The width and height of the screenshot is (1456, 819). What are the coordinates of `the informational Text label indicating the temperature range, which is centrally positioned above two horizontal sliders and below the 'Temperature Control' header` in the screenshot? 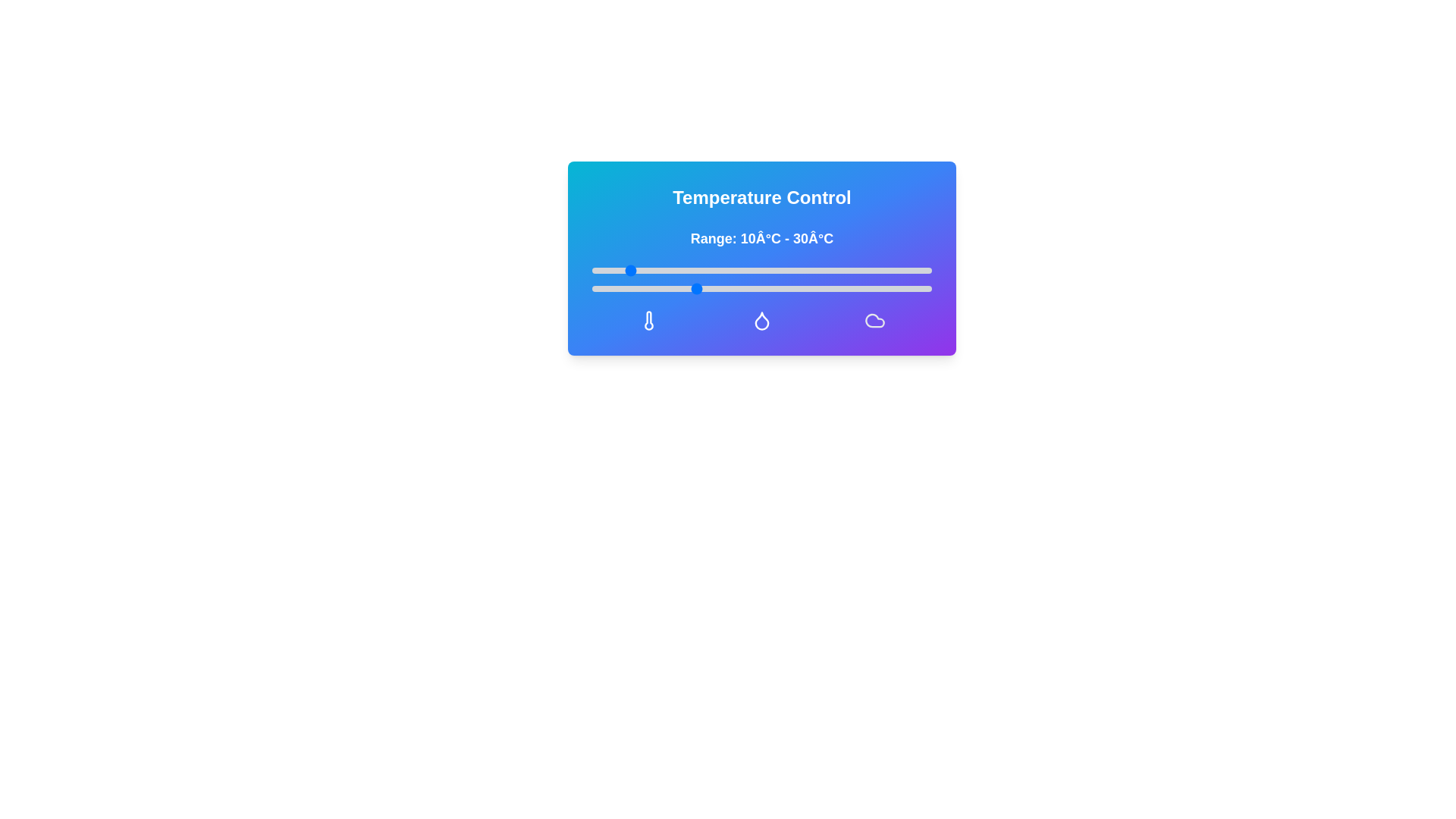 It's located at (761, 239).